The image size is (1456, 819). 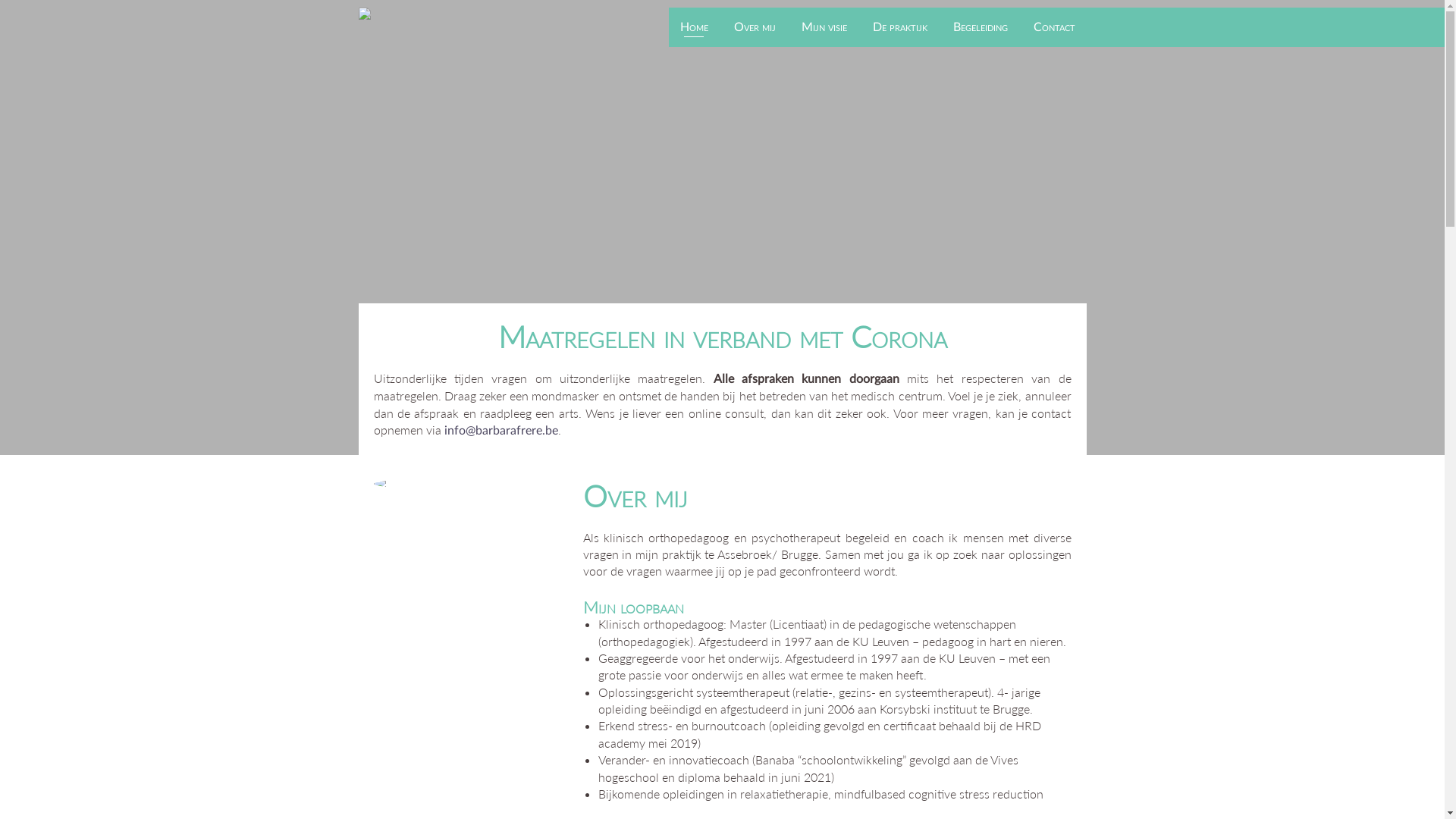 I want to click on 'Over mij', so click(x=754, y=27).